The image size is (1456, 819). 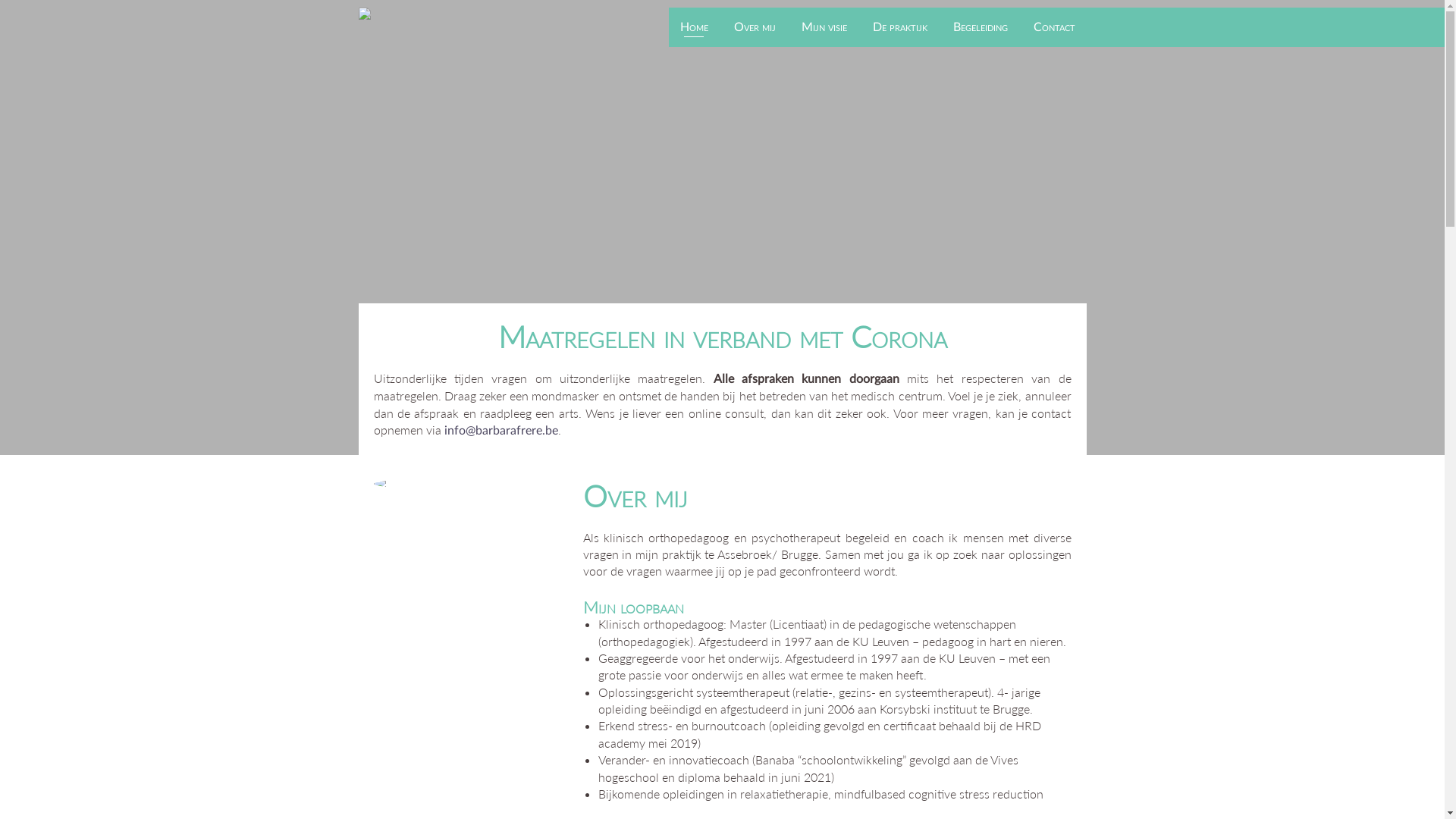 I want to click on 'Over mij', so click(x=754, y=27).